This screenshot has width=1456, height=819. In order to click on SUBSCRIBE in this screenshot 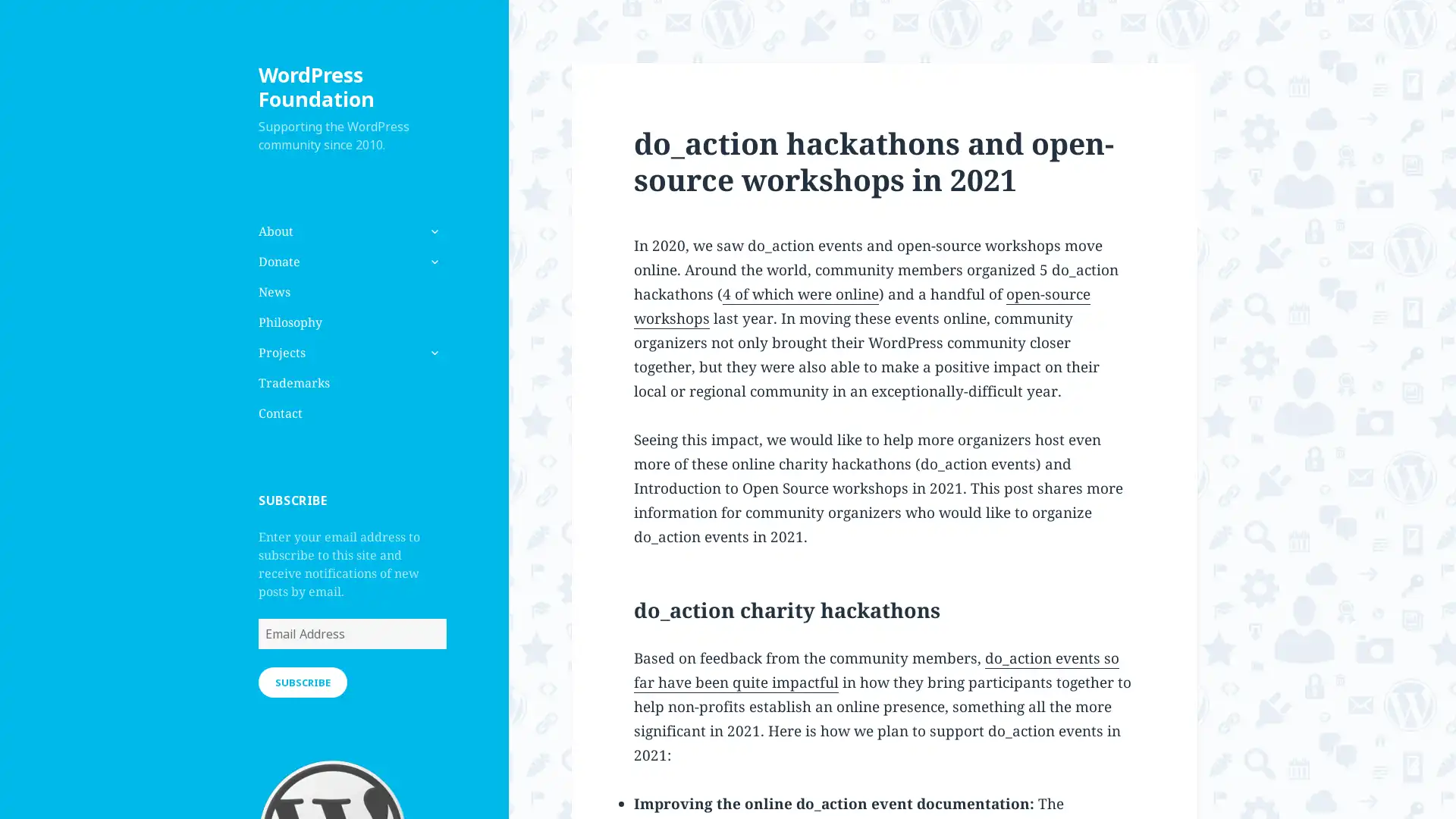, I will do `click(302, 680)`.